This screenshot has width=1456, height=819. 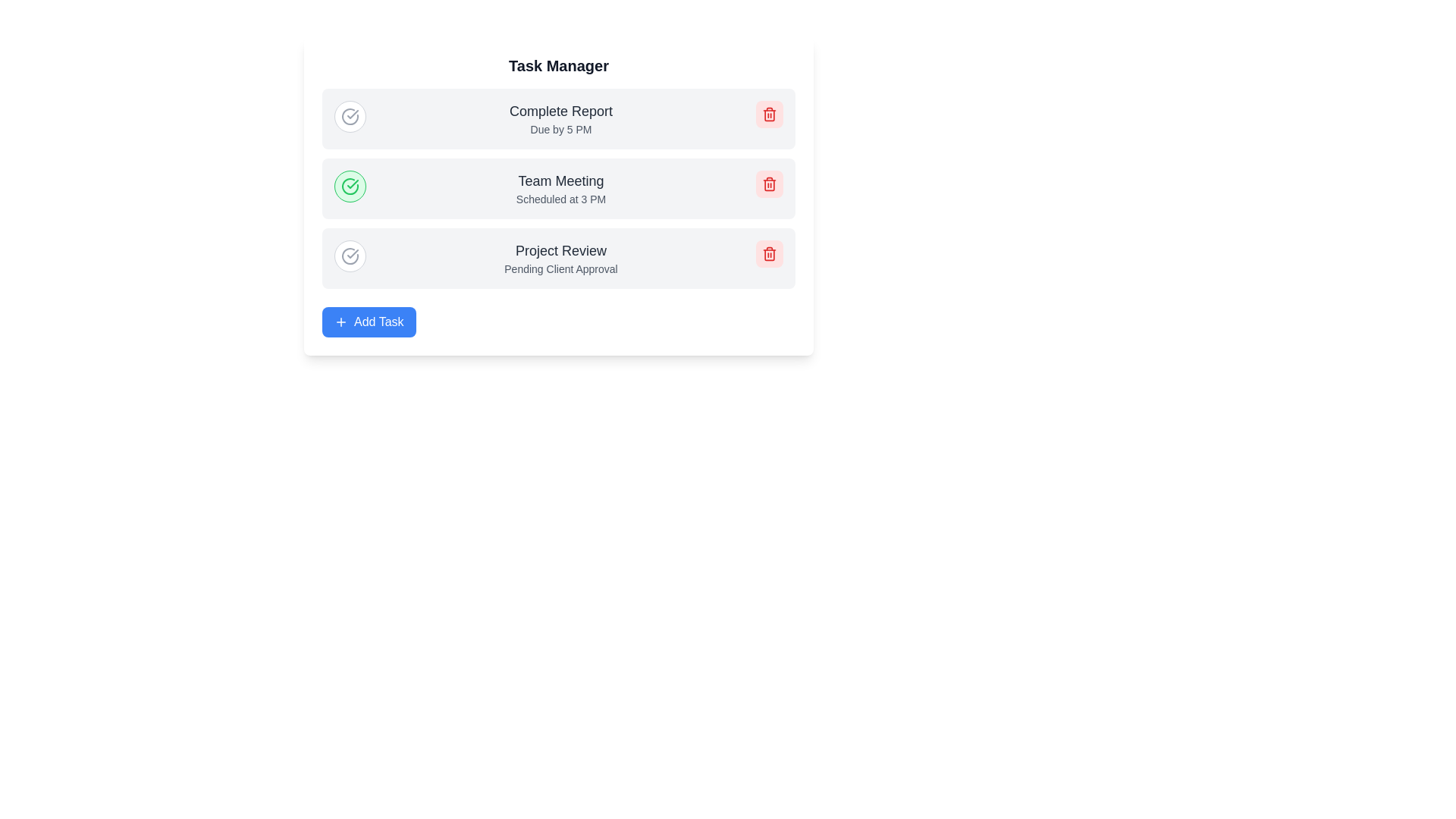 What do you see at coordinates (349, 116) in the screenshot?
I see `the circular checkmark icon located to the left of the 'Complete Report' task entry` at bounding box center [349, 116].